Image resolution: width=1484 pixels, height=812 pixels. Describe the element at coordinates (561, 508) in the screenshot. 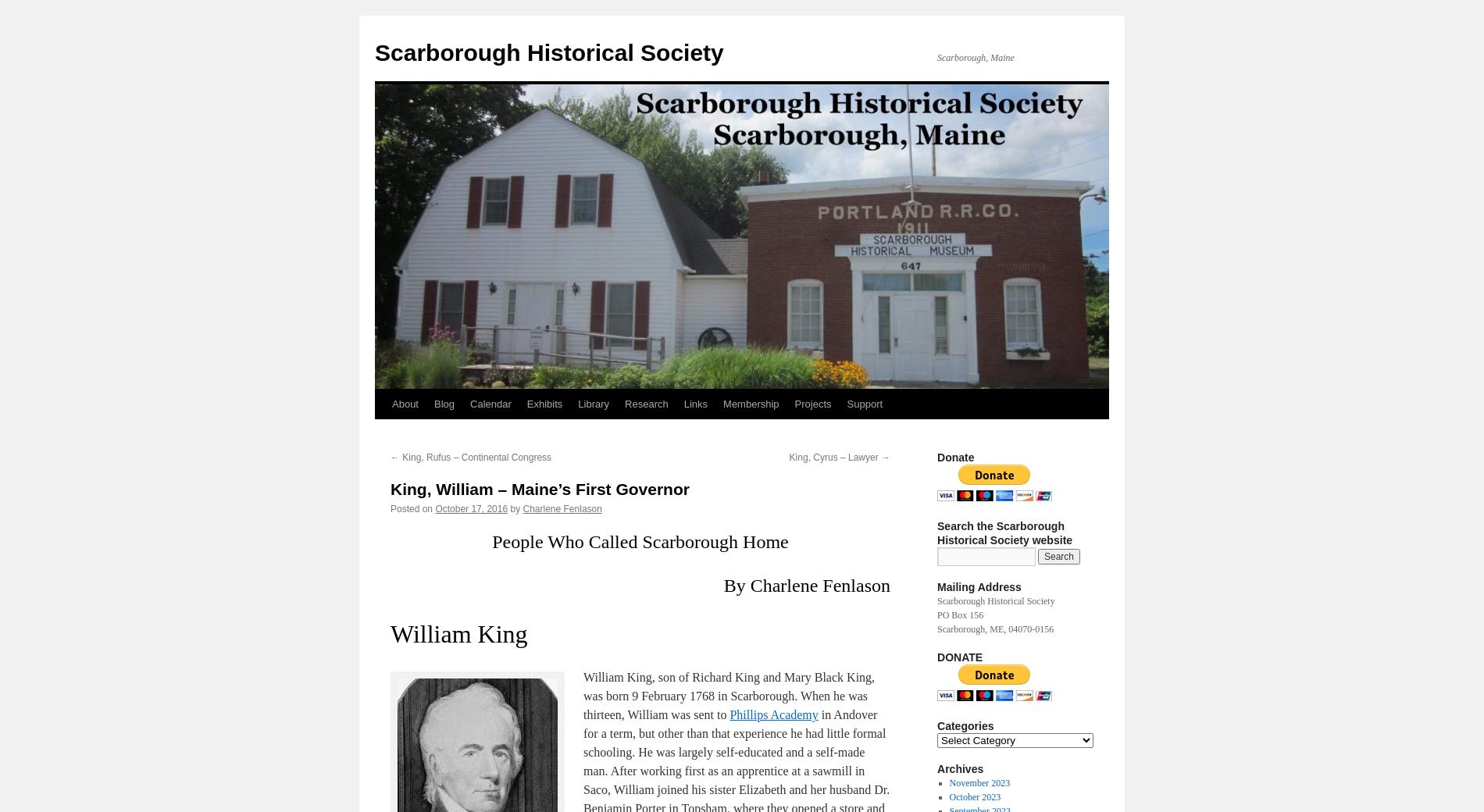

I see `'Charlene Fenlason'` at that location.